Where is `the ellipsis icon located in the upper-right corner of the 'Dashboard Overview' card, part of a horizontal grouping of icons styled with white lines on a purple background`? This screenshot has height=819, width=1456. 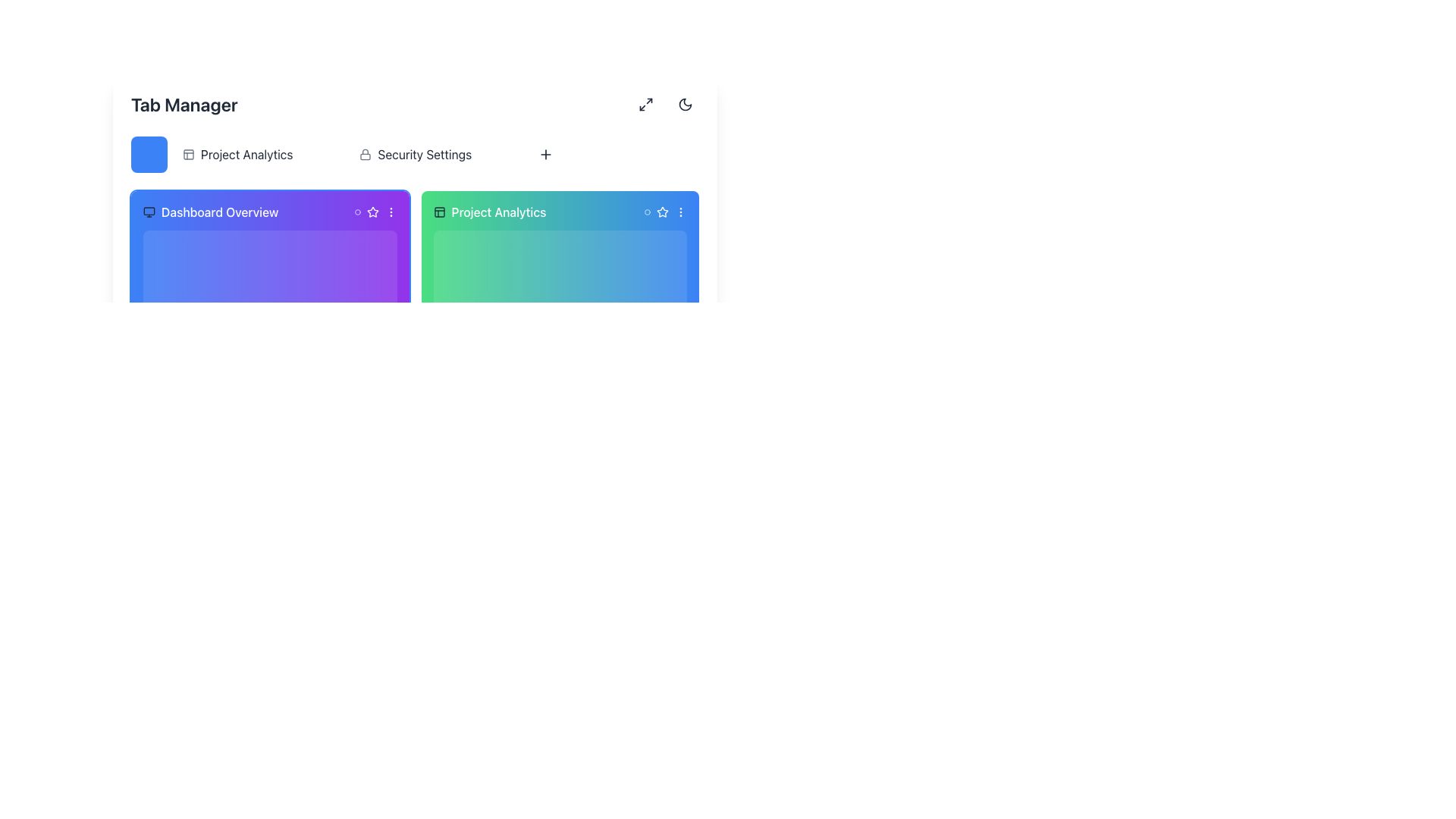
the ellipsis icon located in the upper-right corner of the 'Dashboard Overview' card, part of a horizontal grouping of icons styled with white lines on a purple background is located at coordinates (375, 212).